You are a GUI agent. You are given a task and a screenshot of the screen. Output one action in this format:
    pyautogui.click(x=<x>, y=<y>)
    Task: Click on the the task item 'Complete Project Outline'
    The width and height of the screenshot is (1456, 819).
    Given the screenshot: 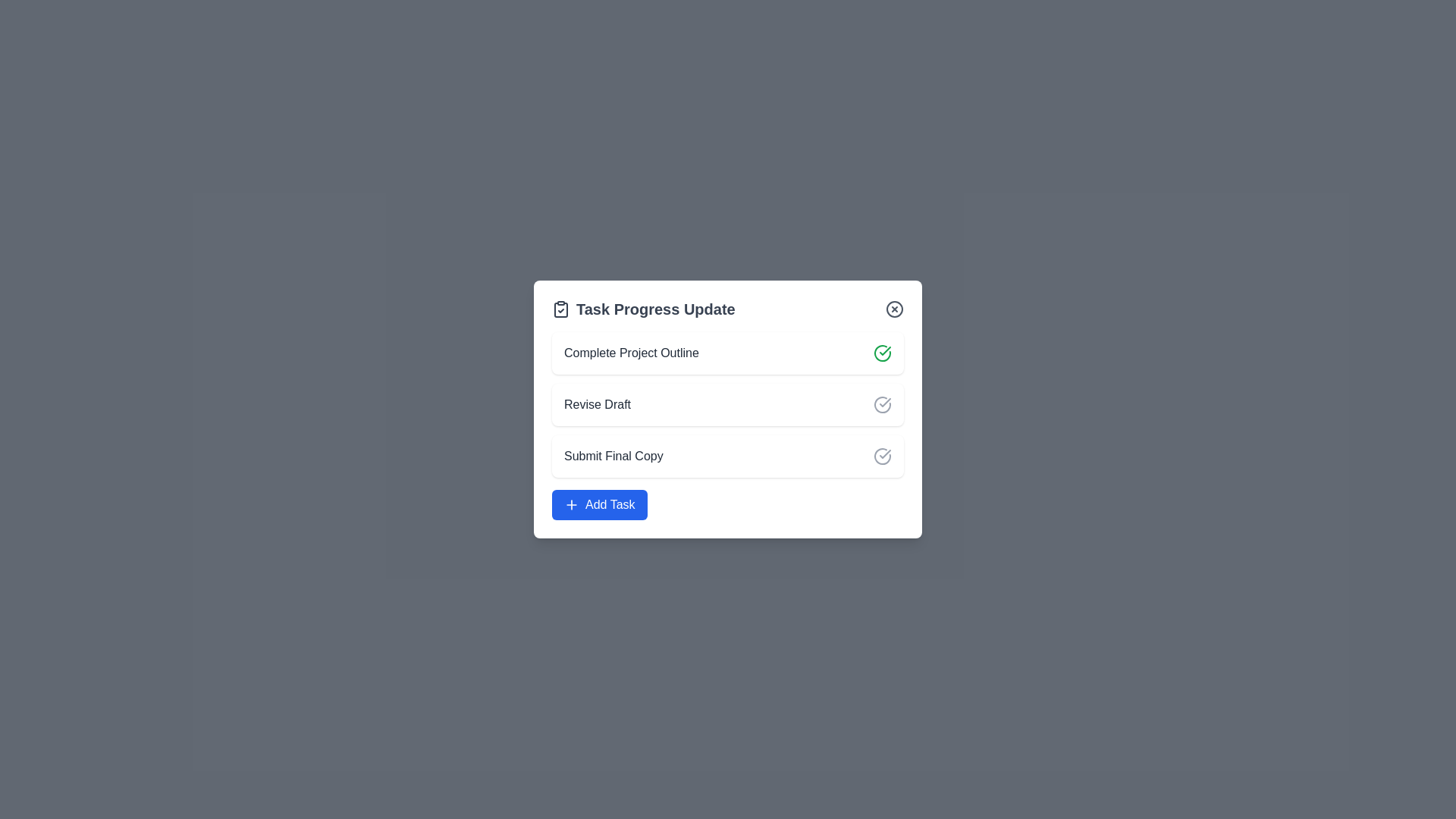 What is the action you would take?
    pyautogui.click(x=728, y=353)
    